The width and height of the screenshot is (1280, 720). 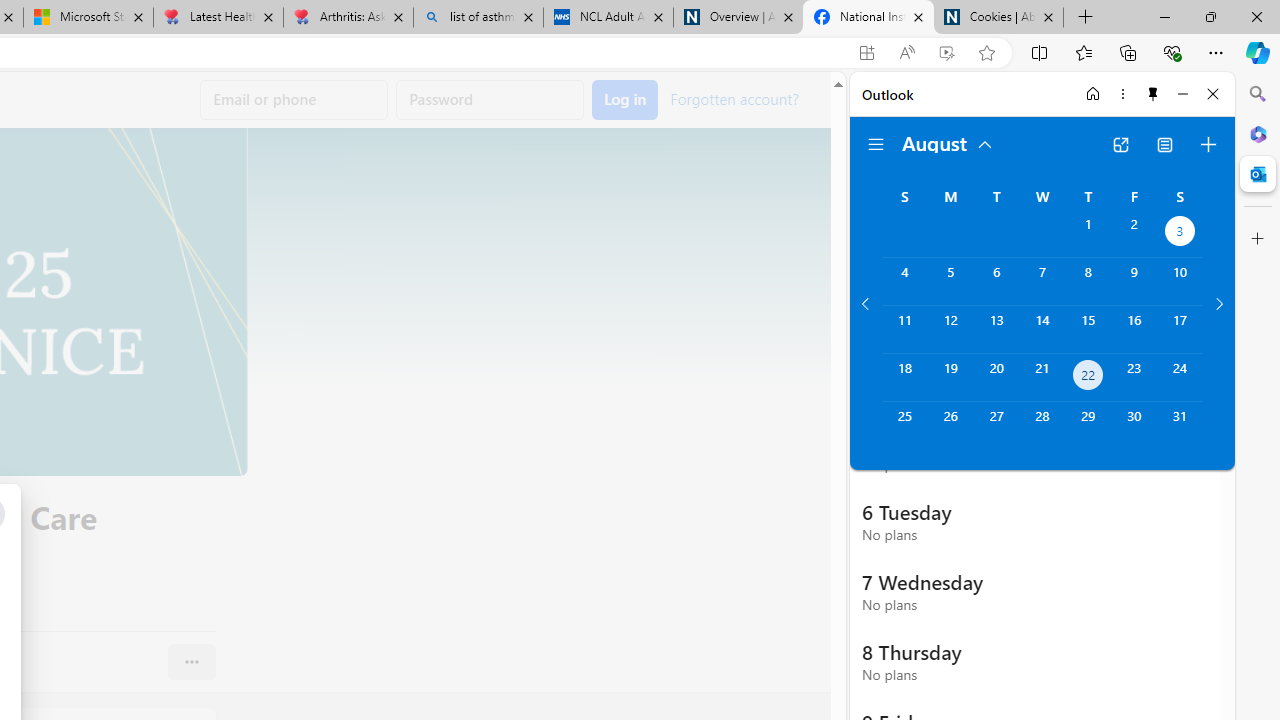 I want to click on 'Tuesday, August 27, 2024. ', so click(x=996, y=424).